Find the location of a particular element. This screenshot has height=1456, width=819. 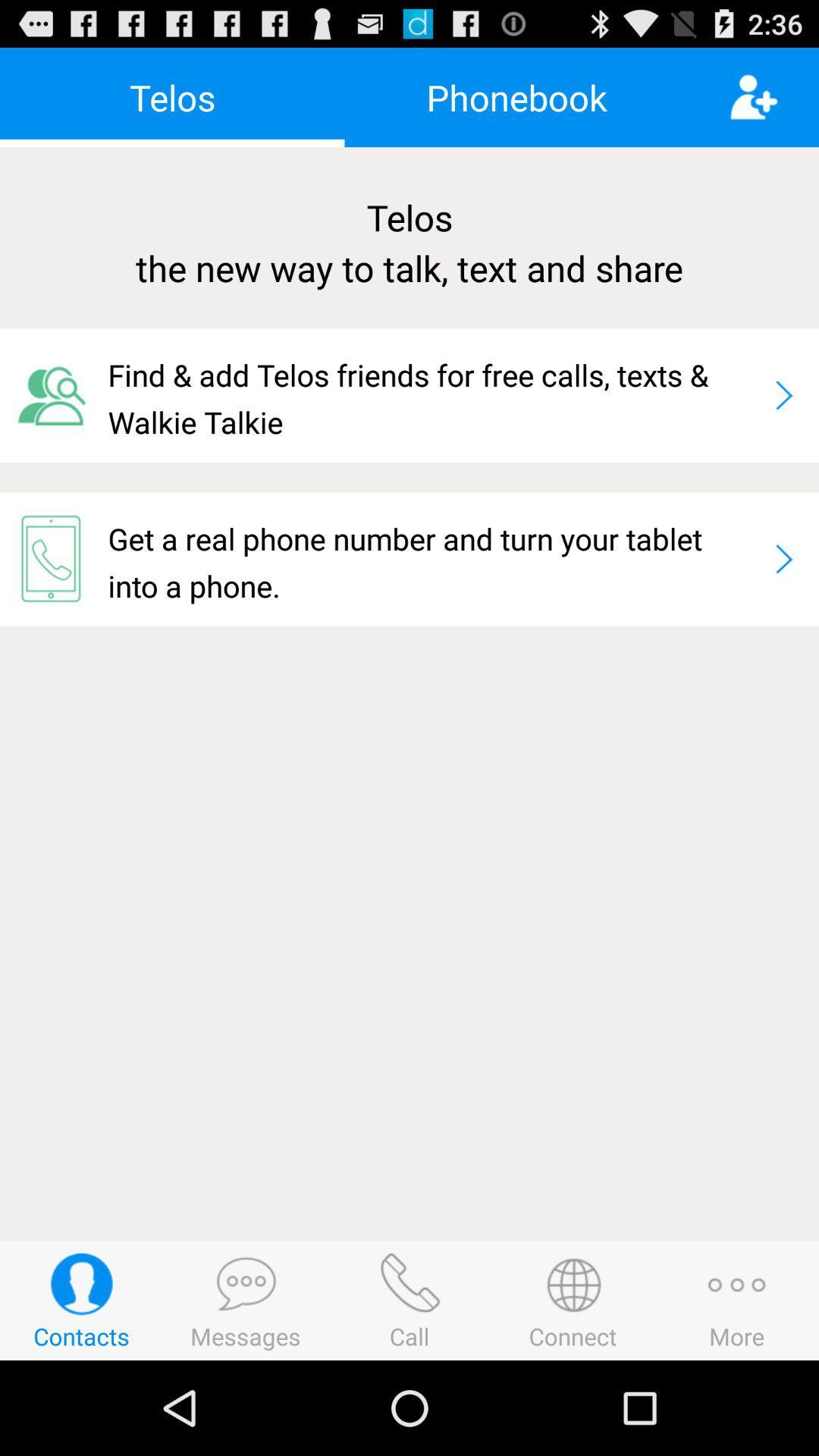

icon above the get a real item is located at coordinates (433, 395).